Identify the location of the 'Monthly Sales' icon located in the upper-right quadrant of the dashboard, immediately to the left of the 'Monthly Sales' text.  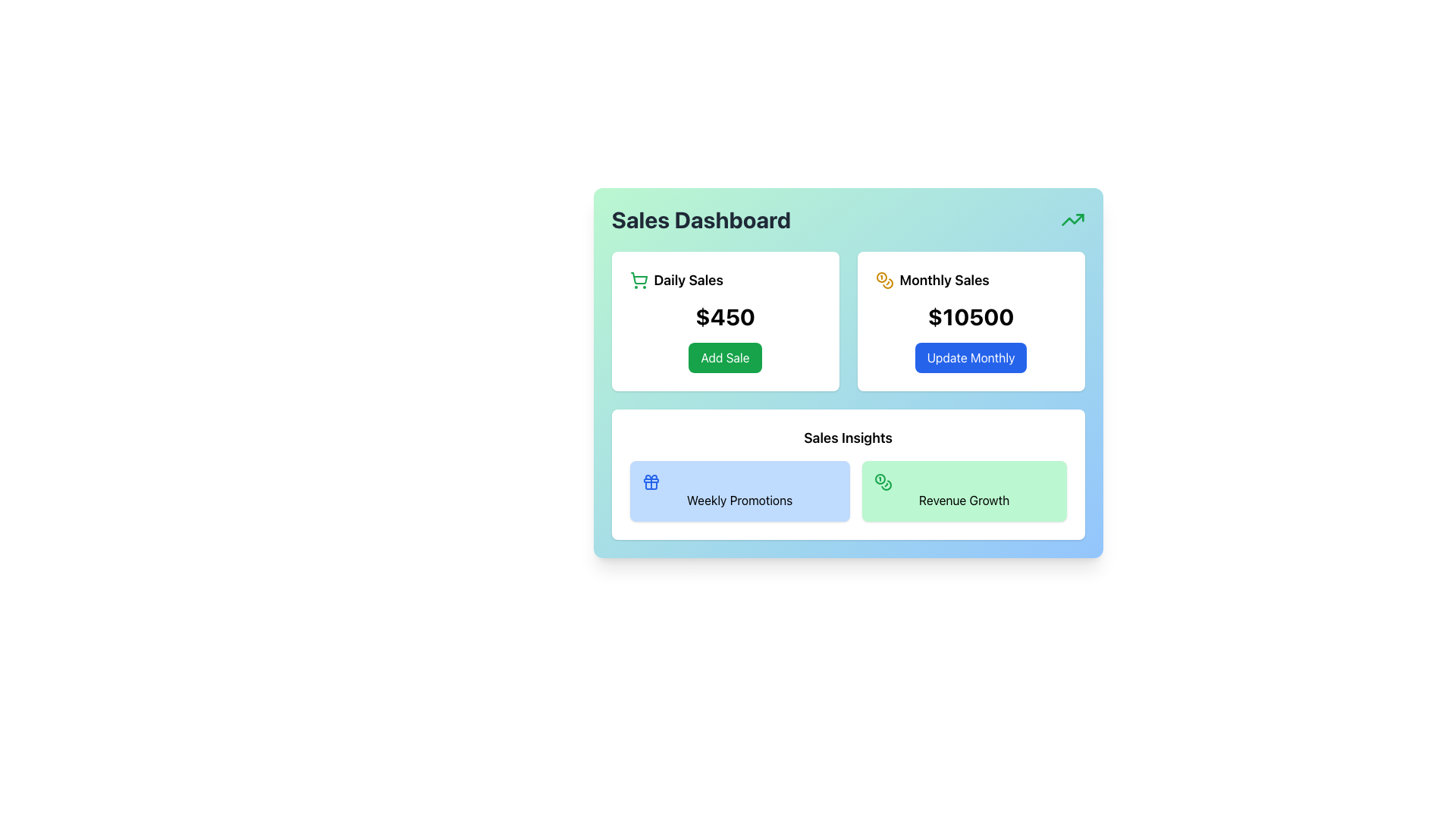
(884, 281).